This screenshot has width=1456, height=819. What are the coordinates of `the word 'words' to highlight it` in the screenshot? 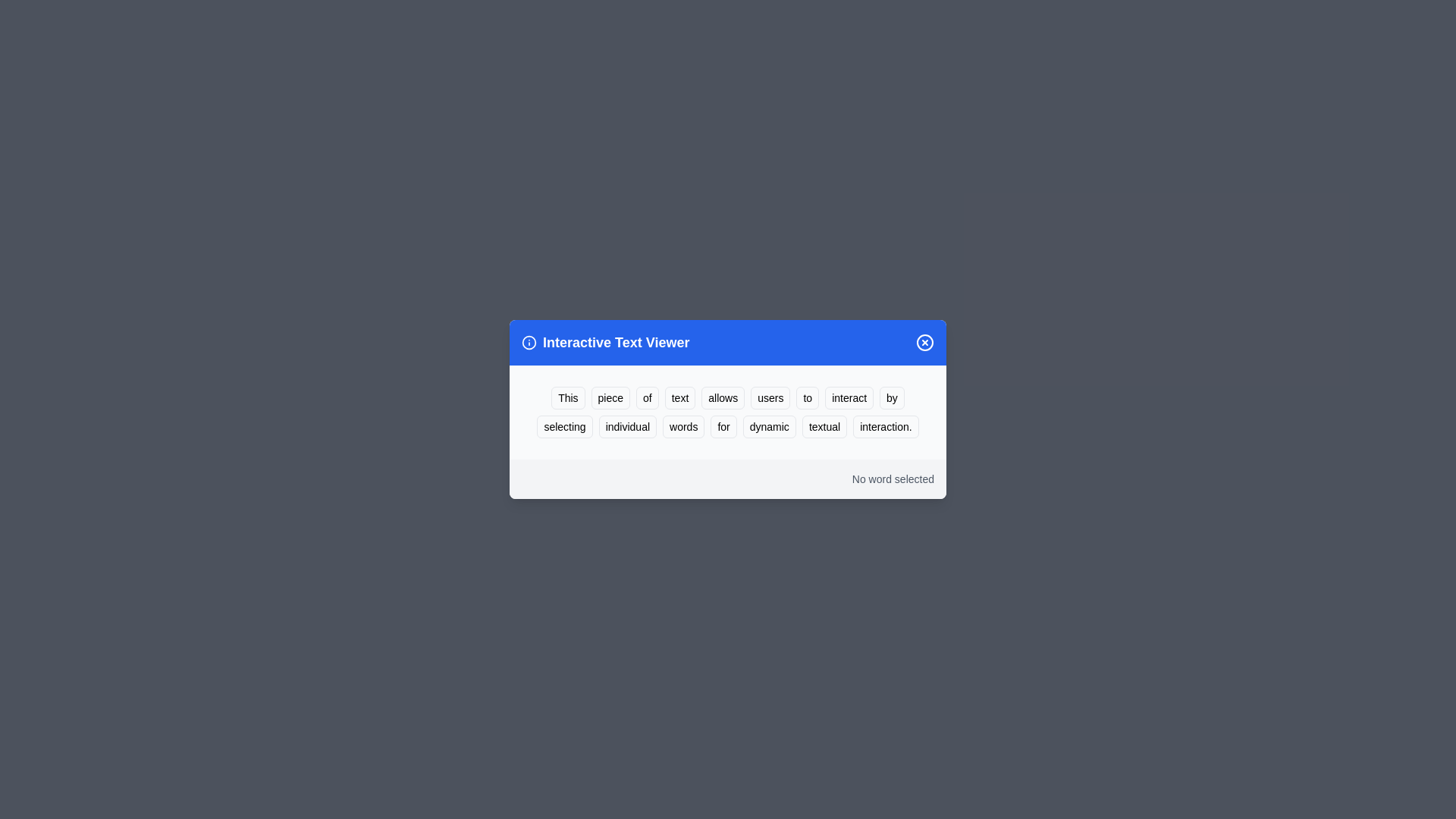 It's located at (682, 427).